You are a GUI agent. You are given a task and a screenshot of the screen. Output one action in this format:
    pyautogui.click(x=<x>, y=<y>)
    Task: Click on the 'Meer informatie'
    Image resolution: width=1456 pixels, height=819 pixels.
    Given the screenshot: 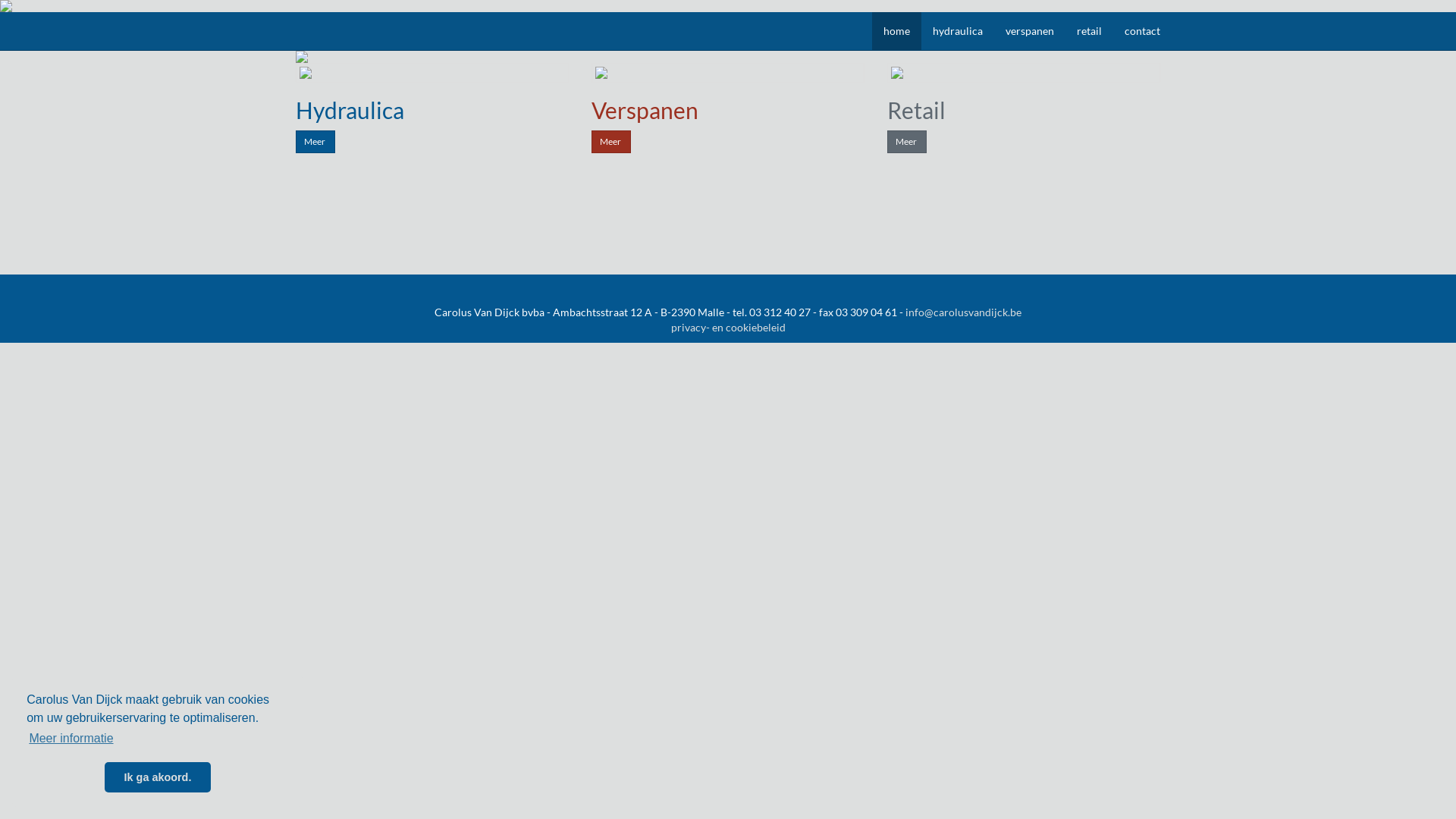 What is the action you would take?
    pyautogui.click(x=71, y=738)
    